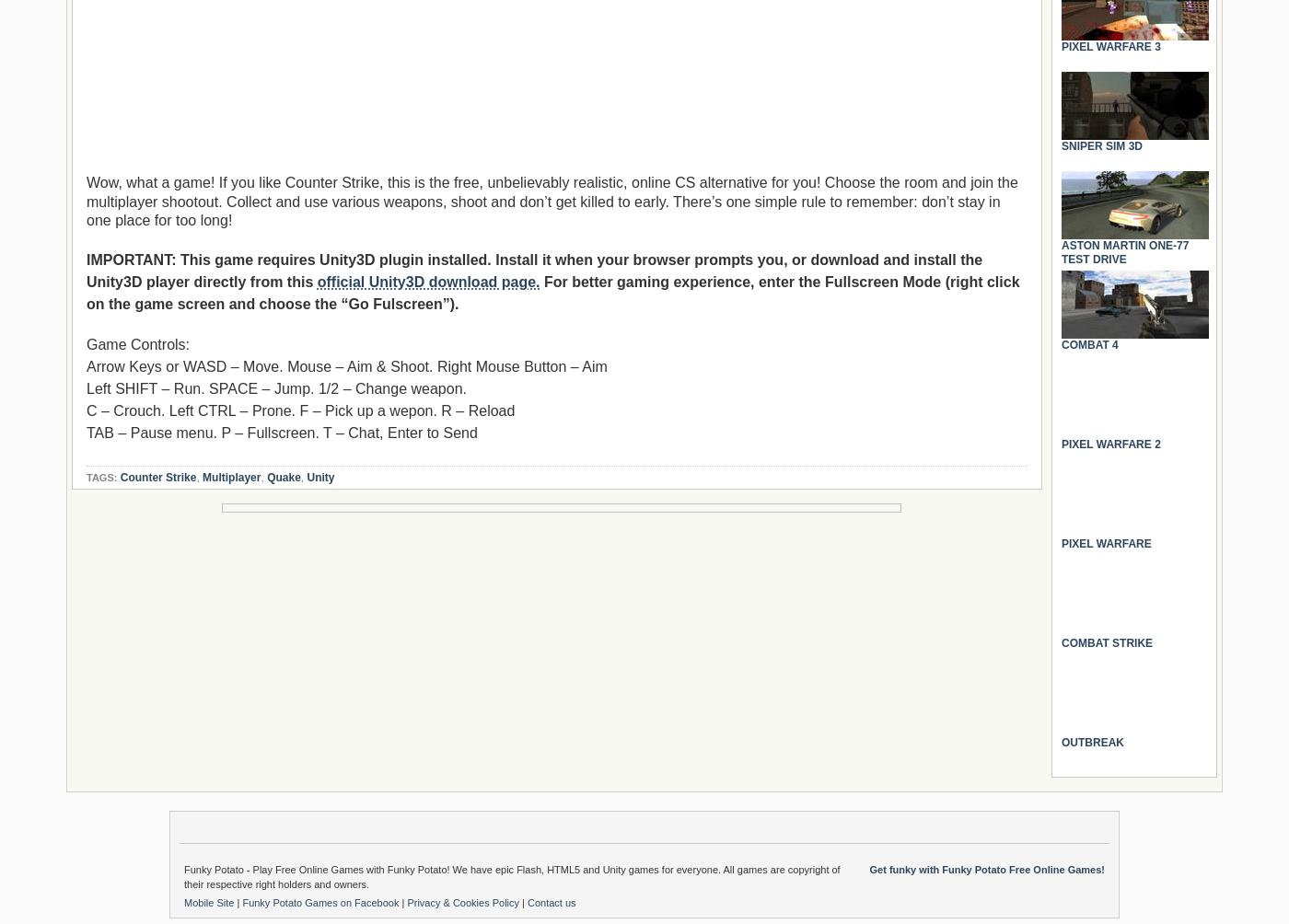 The width and height of the screenshot is (1289, 924). I want to click on 'Mobile Site', so click(210, 902).